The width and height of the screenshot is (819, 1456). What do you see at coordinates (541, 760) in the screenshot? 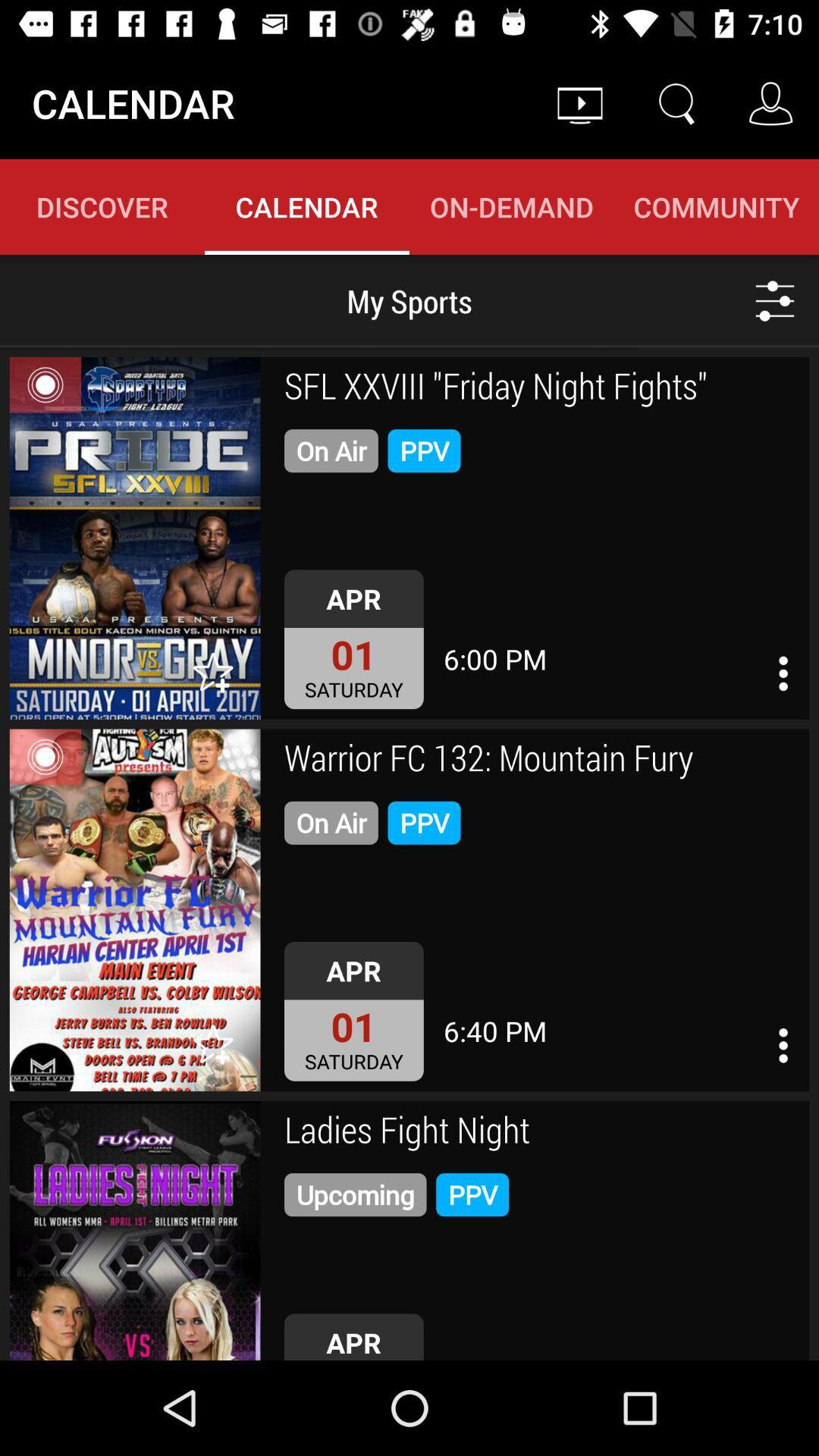
I see `warrior fc 132 item` at bounding box center [541, 760].